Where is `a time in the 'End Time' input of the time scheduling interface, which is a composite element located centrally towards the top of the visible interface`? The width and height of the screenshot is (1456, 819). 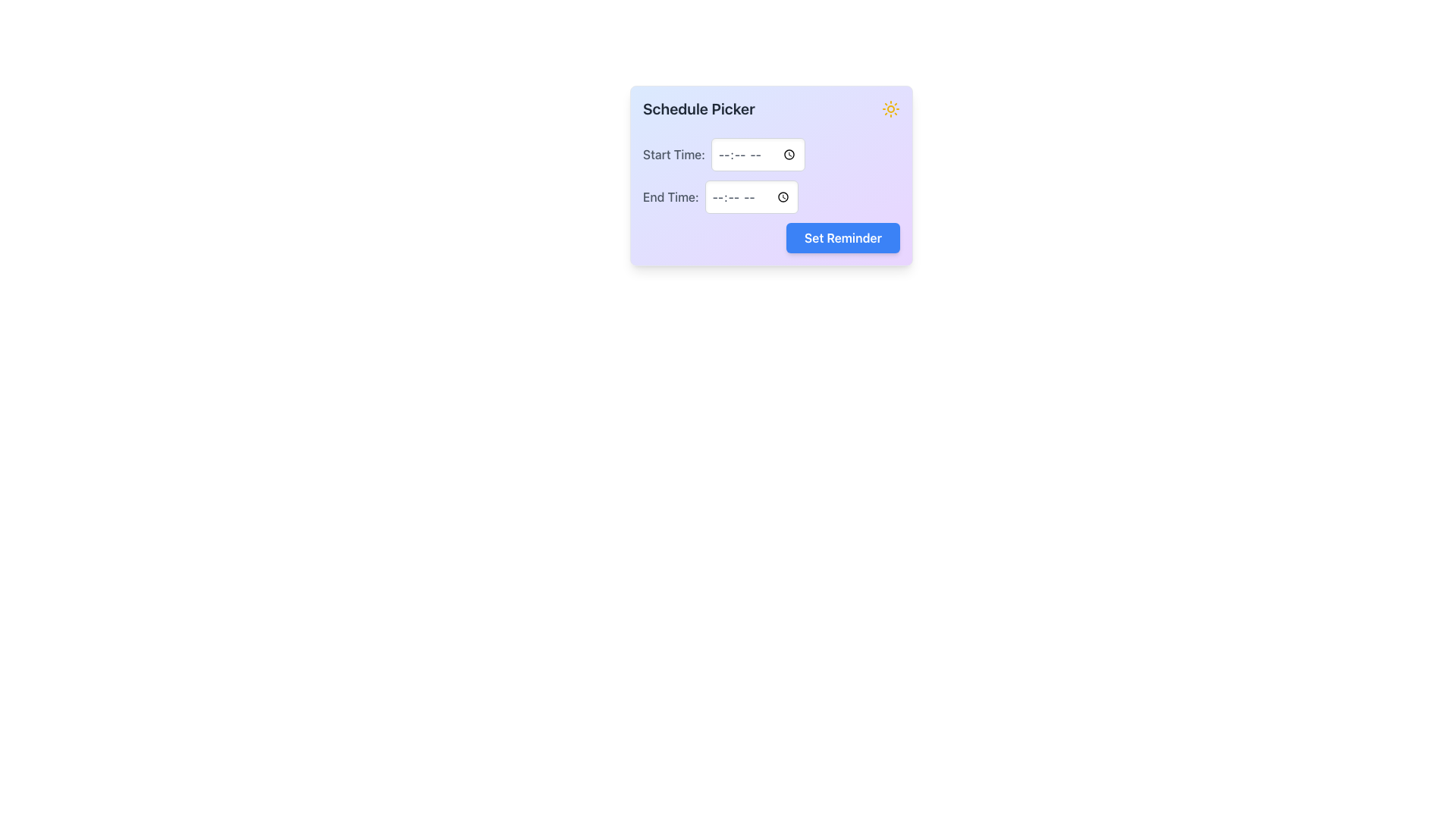 a time in the 'End Time' input of the time scheduling interface, which is a composite element located centrally towards the top of the visible interface is located at coordinates (771, 174).